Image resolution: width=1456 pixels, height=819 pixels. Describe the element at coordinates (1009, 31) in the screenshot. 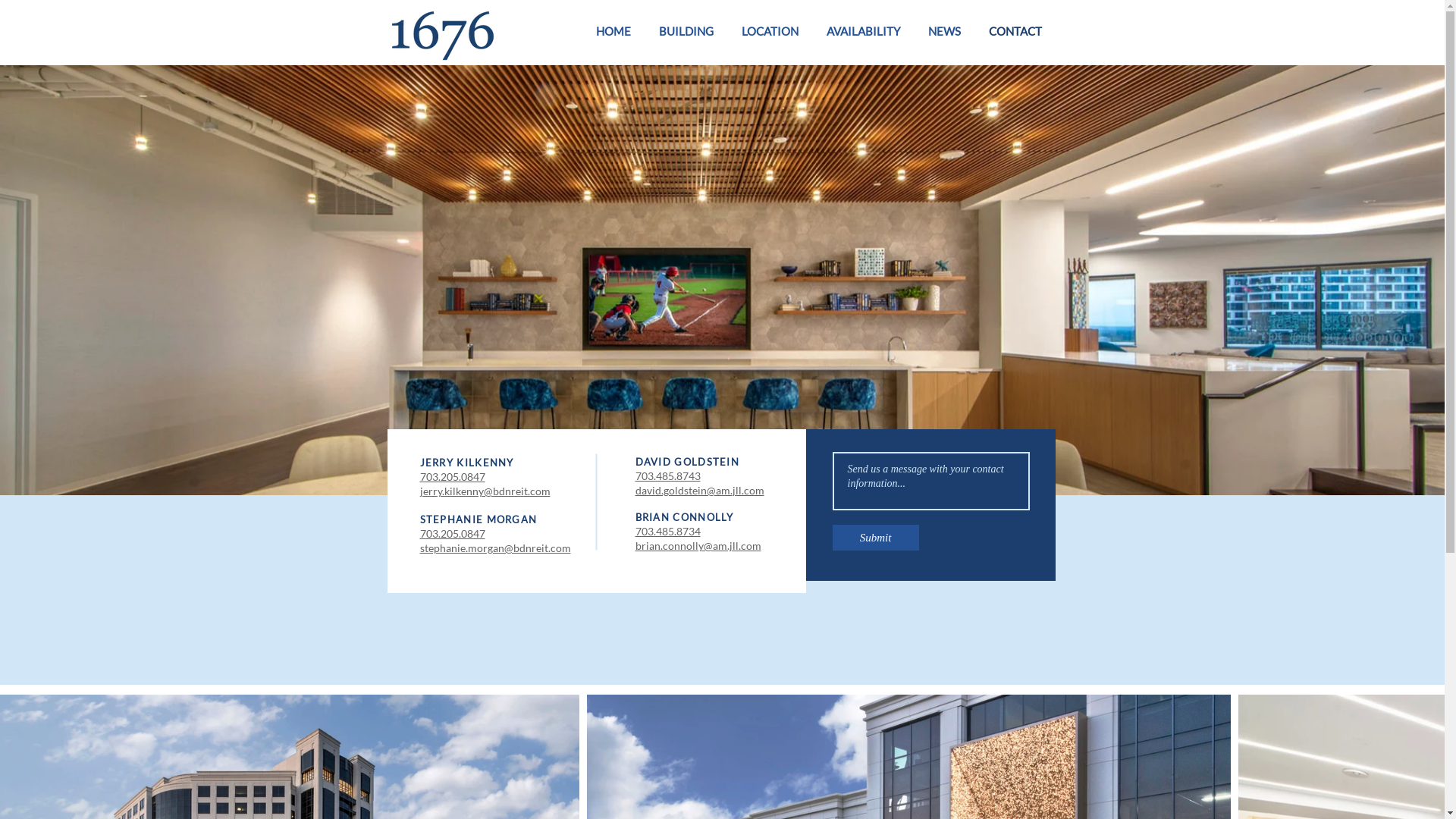

I see `'CONTACT'` at that location.